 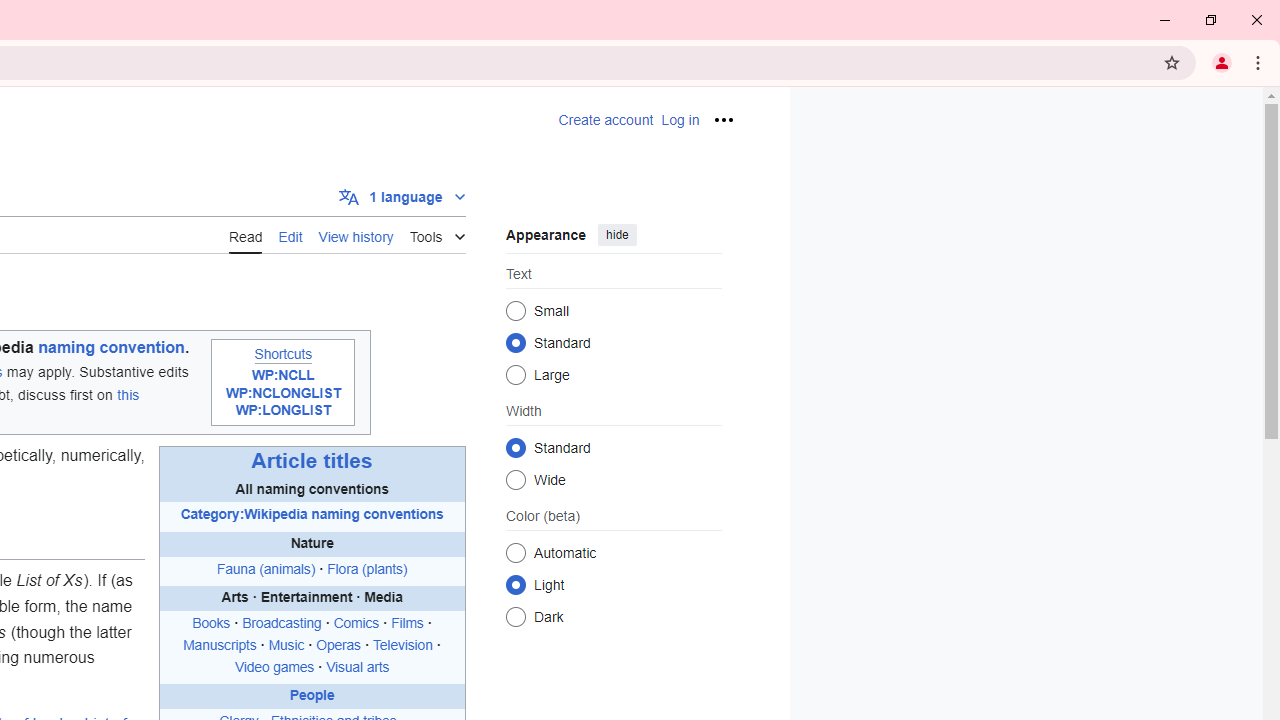 What do you see at coordinates (515, 310) in the screenshot?
I see `'Small'` at bounding box center [515, 310].